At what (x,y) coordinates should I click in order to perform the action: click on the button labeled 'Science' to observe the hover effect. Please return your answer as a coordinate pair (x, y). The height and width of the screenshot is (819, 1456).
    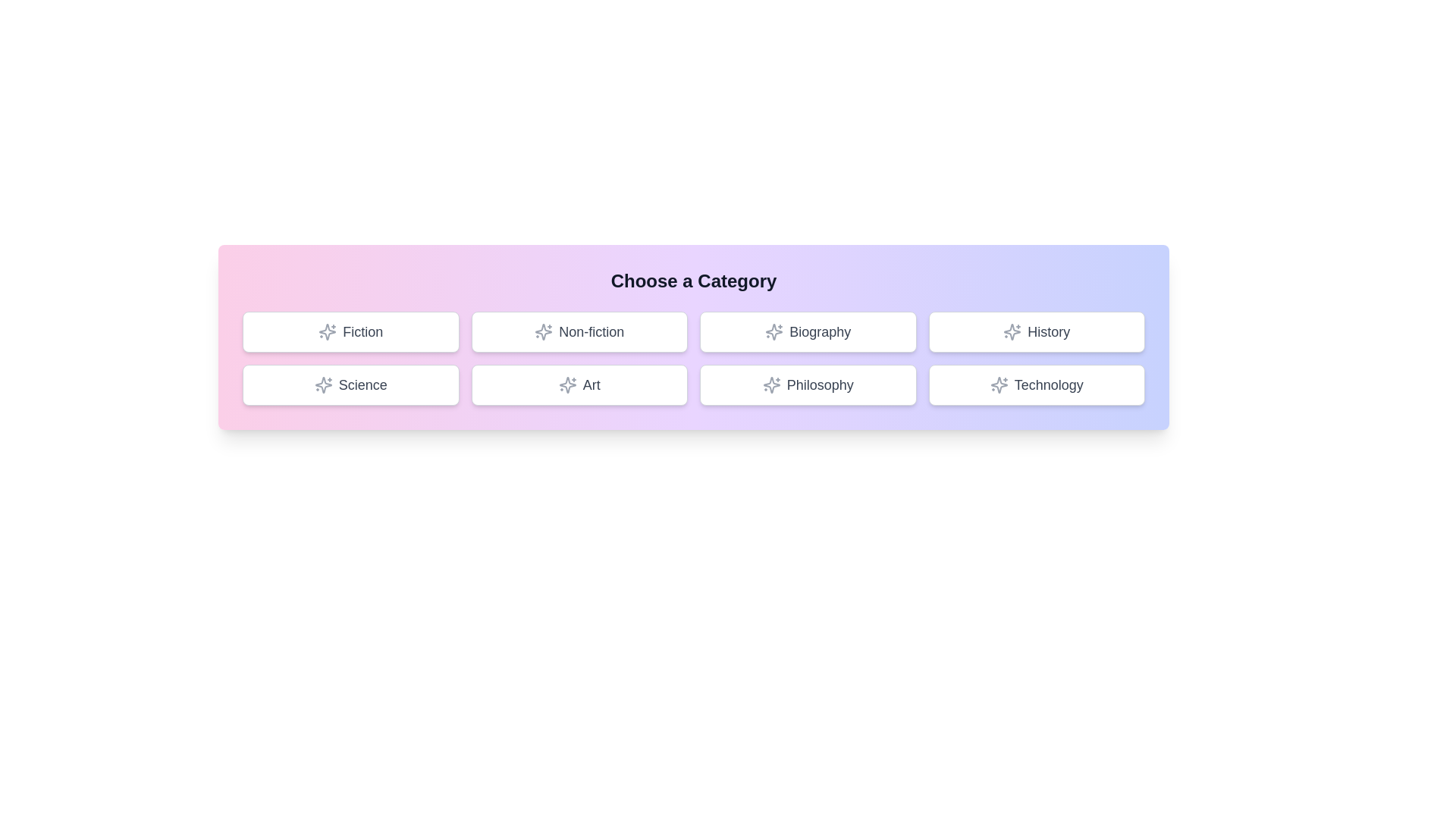
    Looking at the image, I should click on (350, 384).